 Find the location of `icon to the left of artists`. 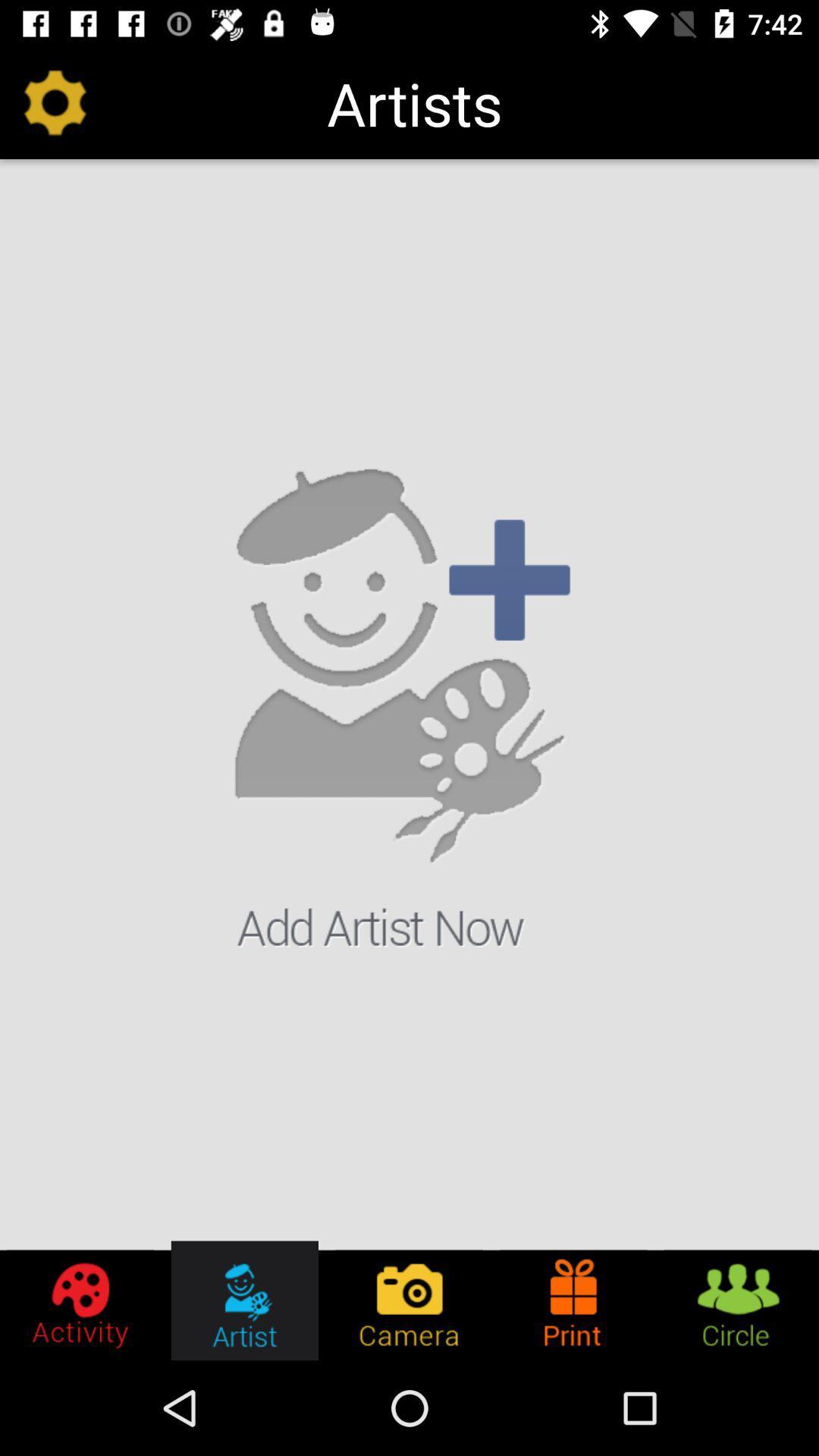

icon to the left of artists is located at coordinates (55, 102).